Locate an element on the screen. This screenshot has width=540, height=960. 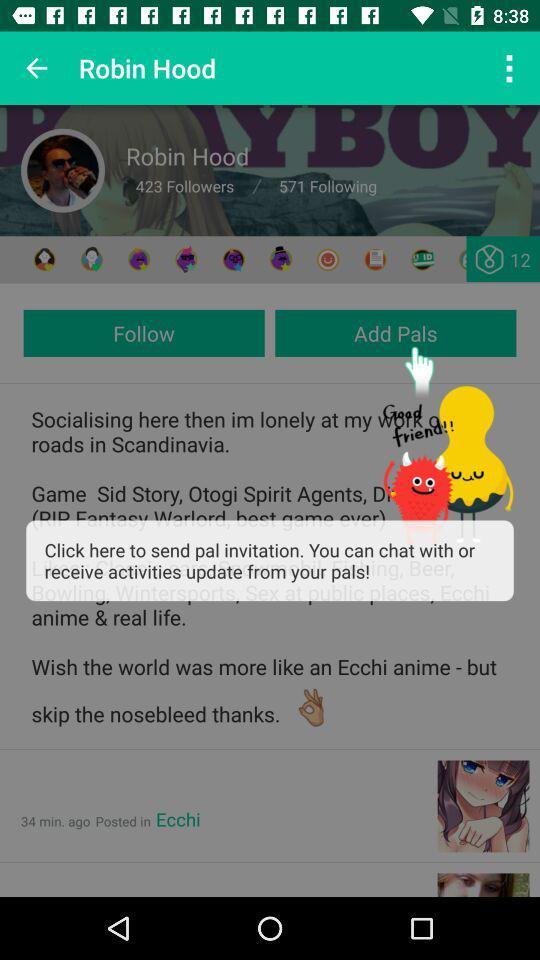
send friend request is located at coordinates (279, 258).